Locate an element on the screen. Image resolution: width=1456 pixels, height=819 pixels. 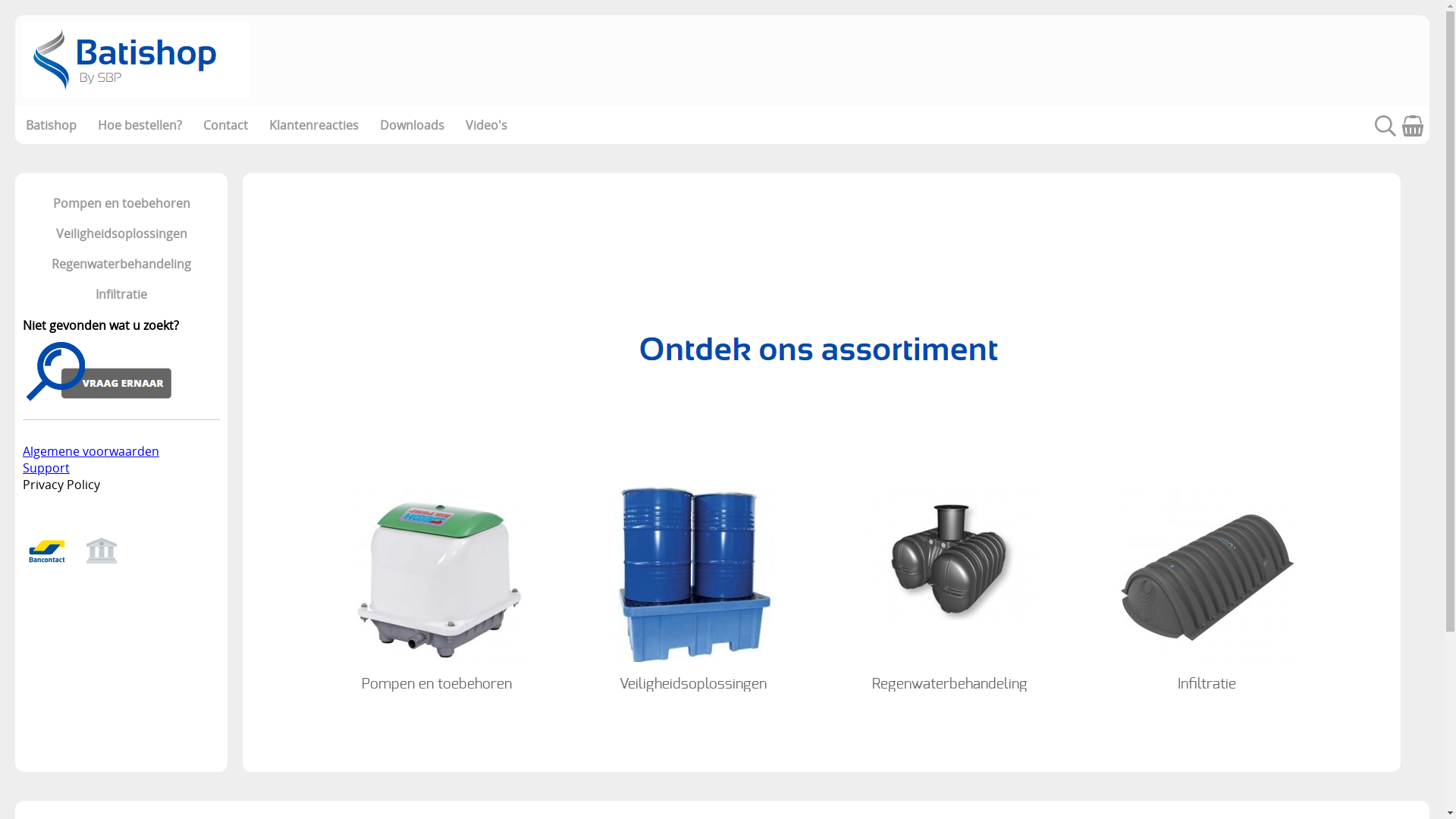
'Klantenreacties' is located at coordinates (312, 124).